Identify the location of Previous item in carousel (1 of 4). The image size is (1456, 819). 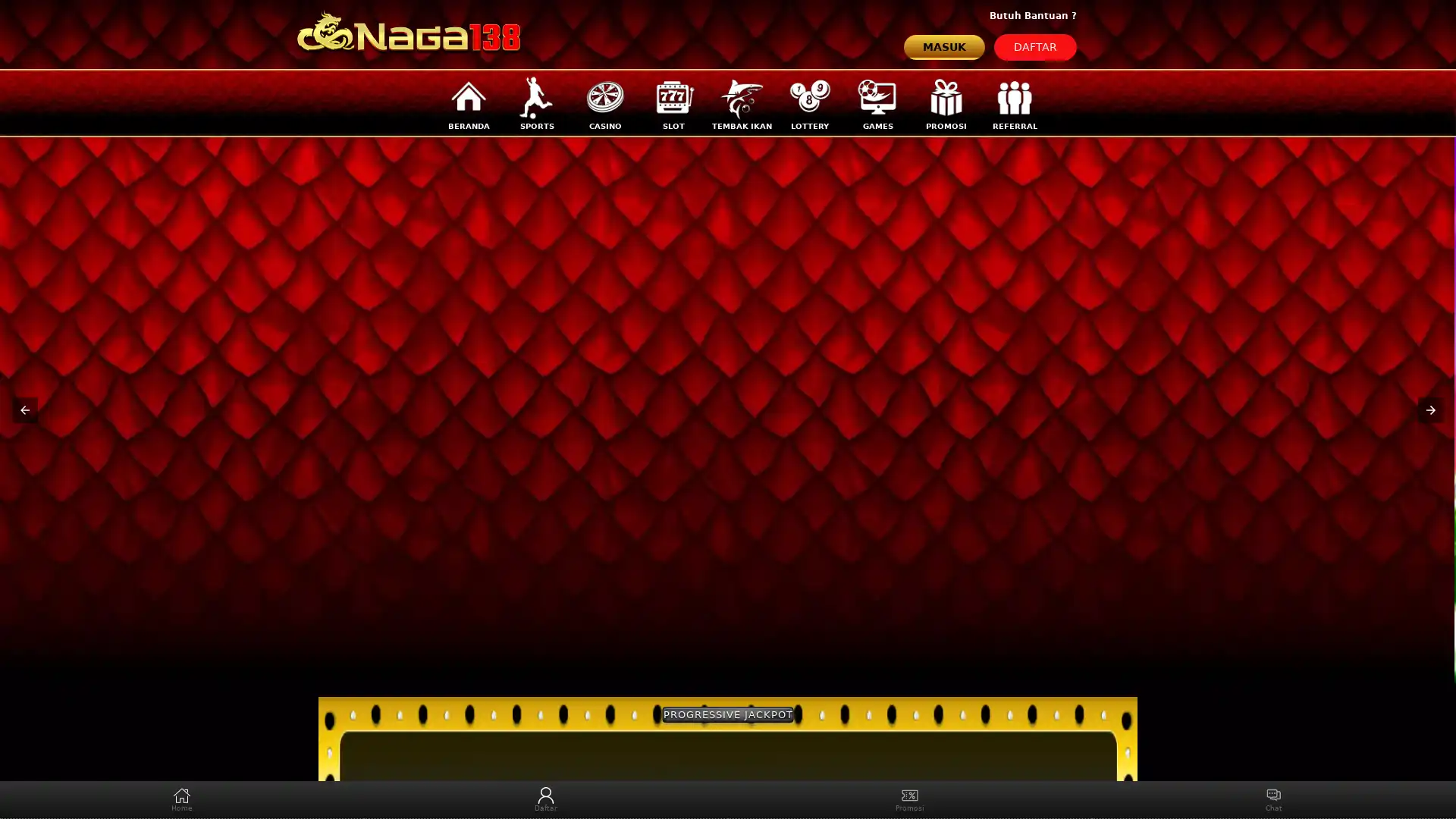
(25, 409).